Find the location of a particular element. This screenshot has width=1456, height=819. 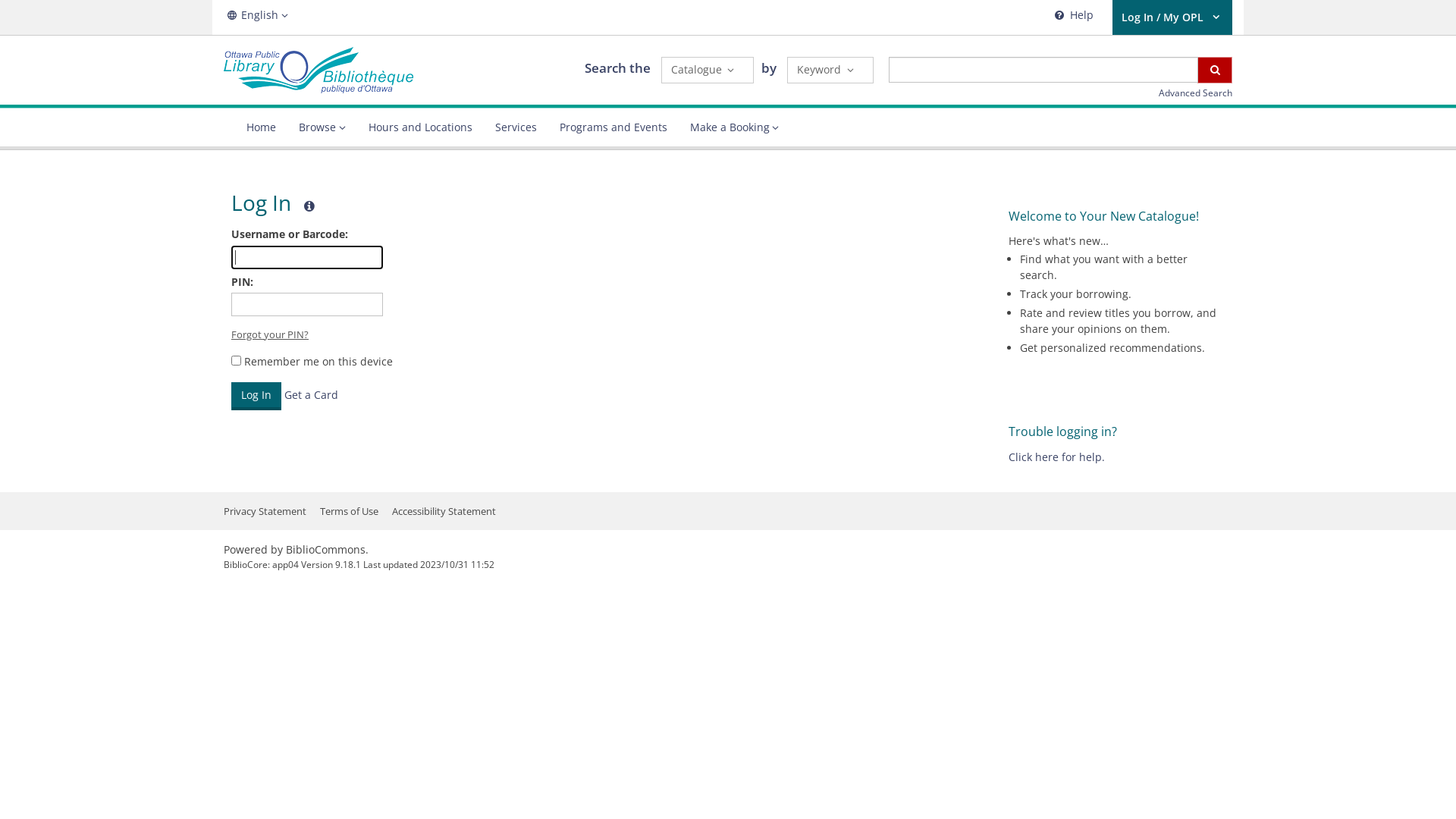

'Browse is located at coordinates (322, 127).